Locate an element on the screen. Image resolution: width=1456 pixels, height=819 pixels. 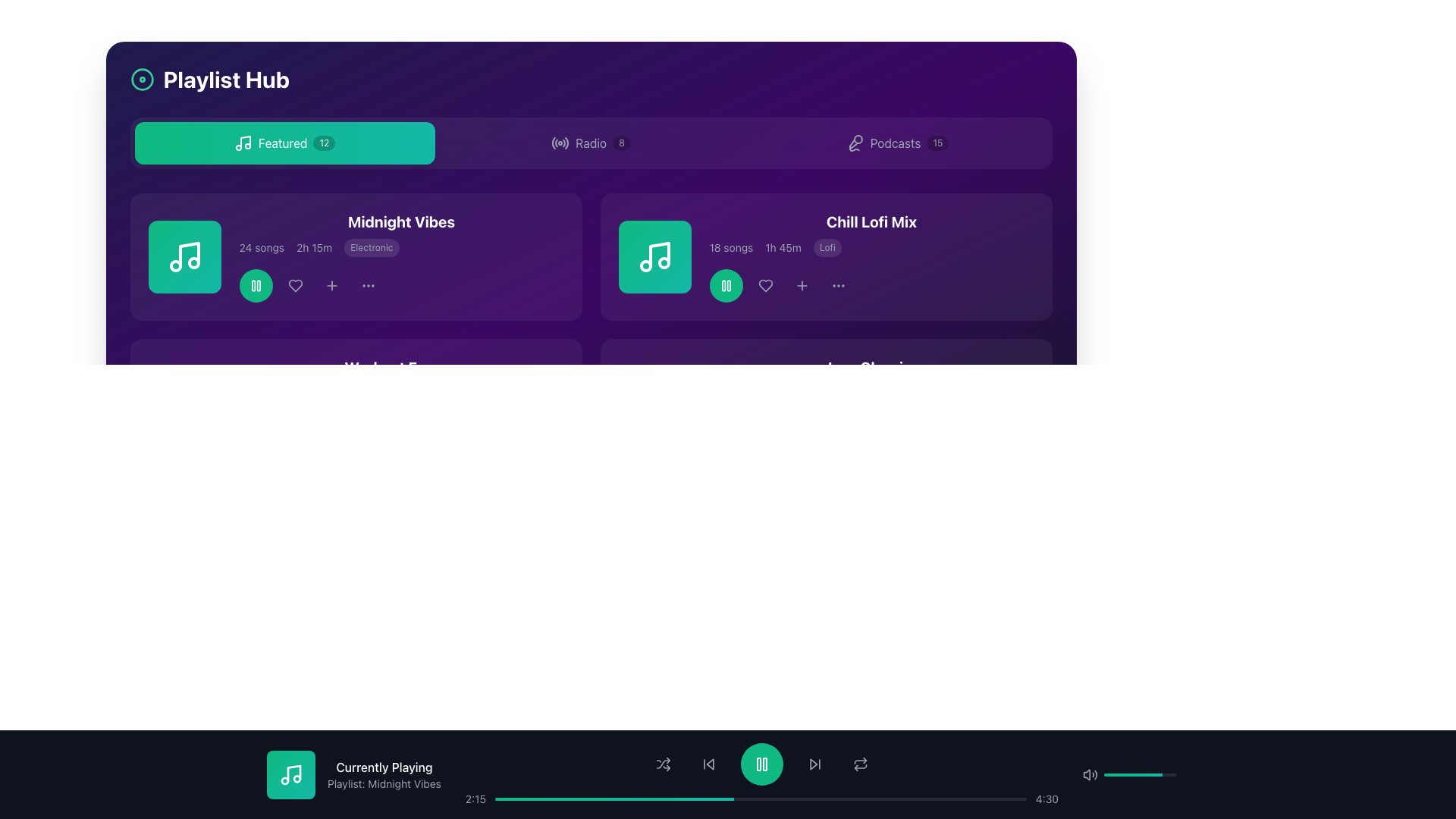
the 'Radio' icon located in the top navigation bar between the 'Featured' and 'Podcasts' buttons is located at coordinates (560, 143).